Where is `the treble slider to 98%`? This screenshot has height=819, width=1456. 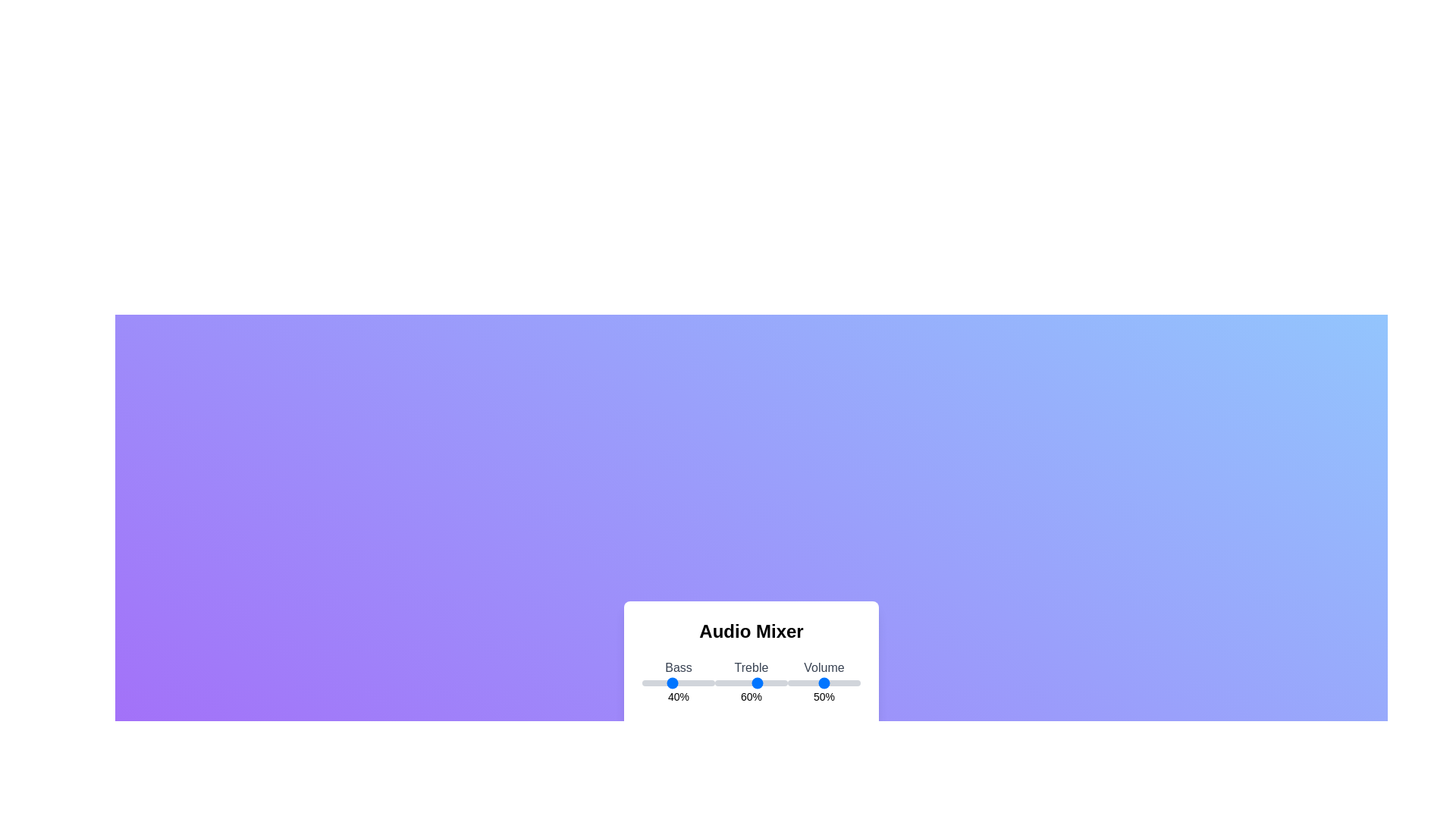 the treble slider to 98% is located at coordinates (786, 683).